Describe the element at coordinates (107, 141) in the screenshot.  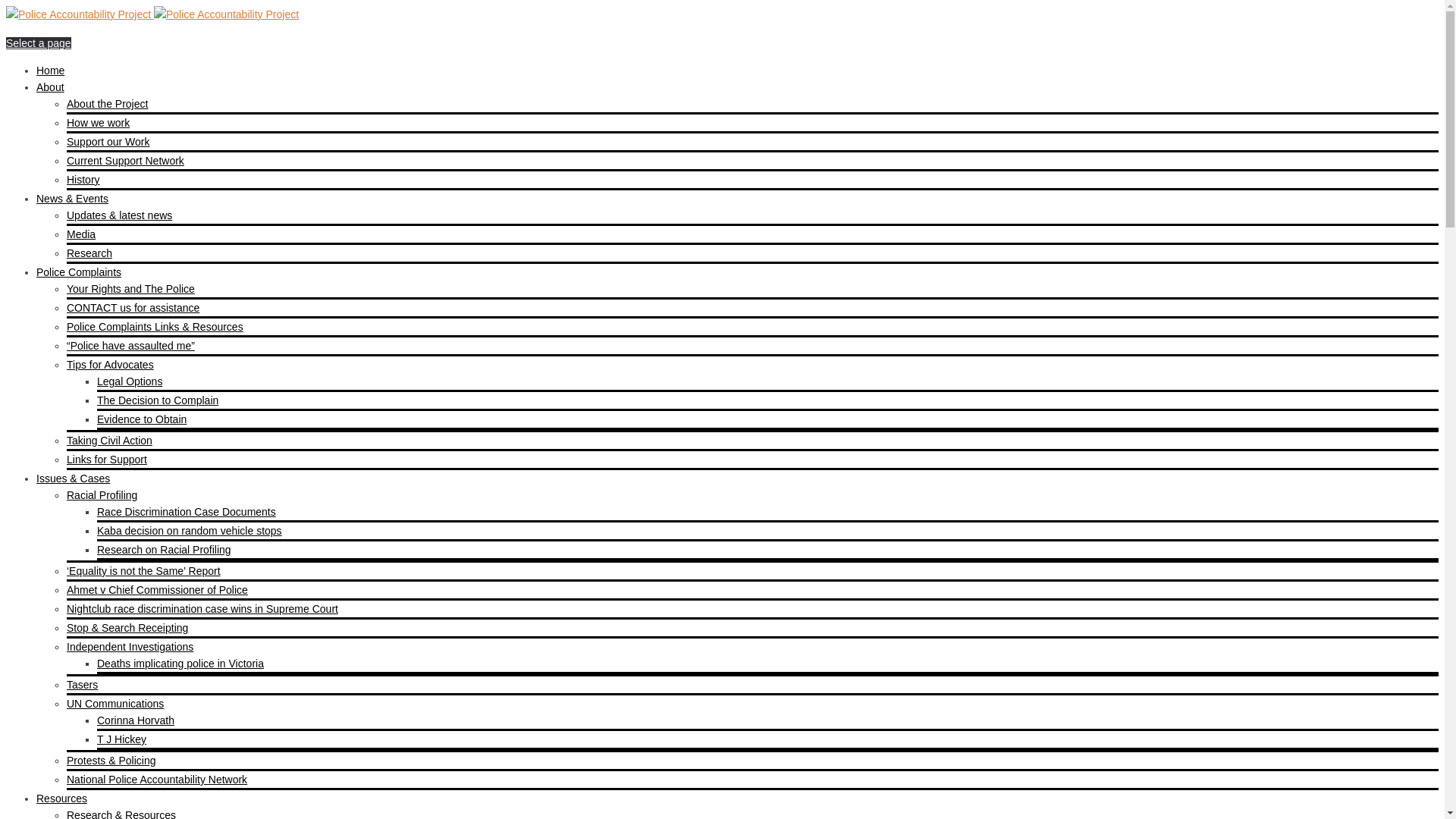
I see `'Support our Work'` at that location.